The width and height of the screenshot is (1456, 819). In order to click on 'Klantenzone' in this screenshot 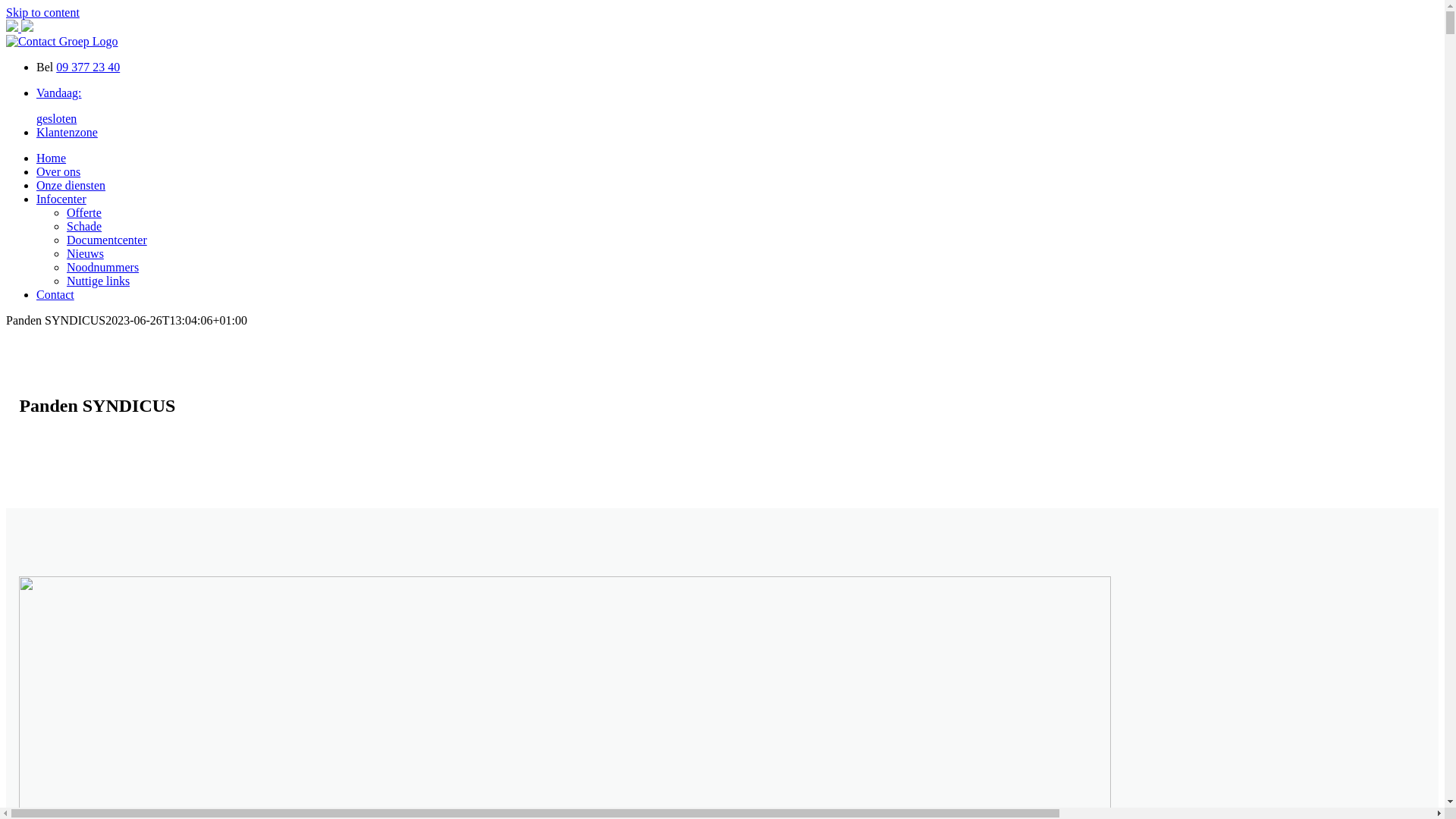, I will do `click(66, 131)`.